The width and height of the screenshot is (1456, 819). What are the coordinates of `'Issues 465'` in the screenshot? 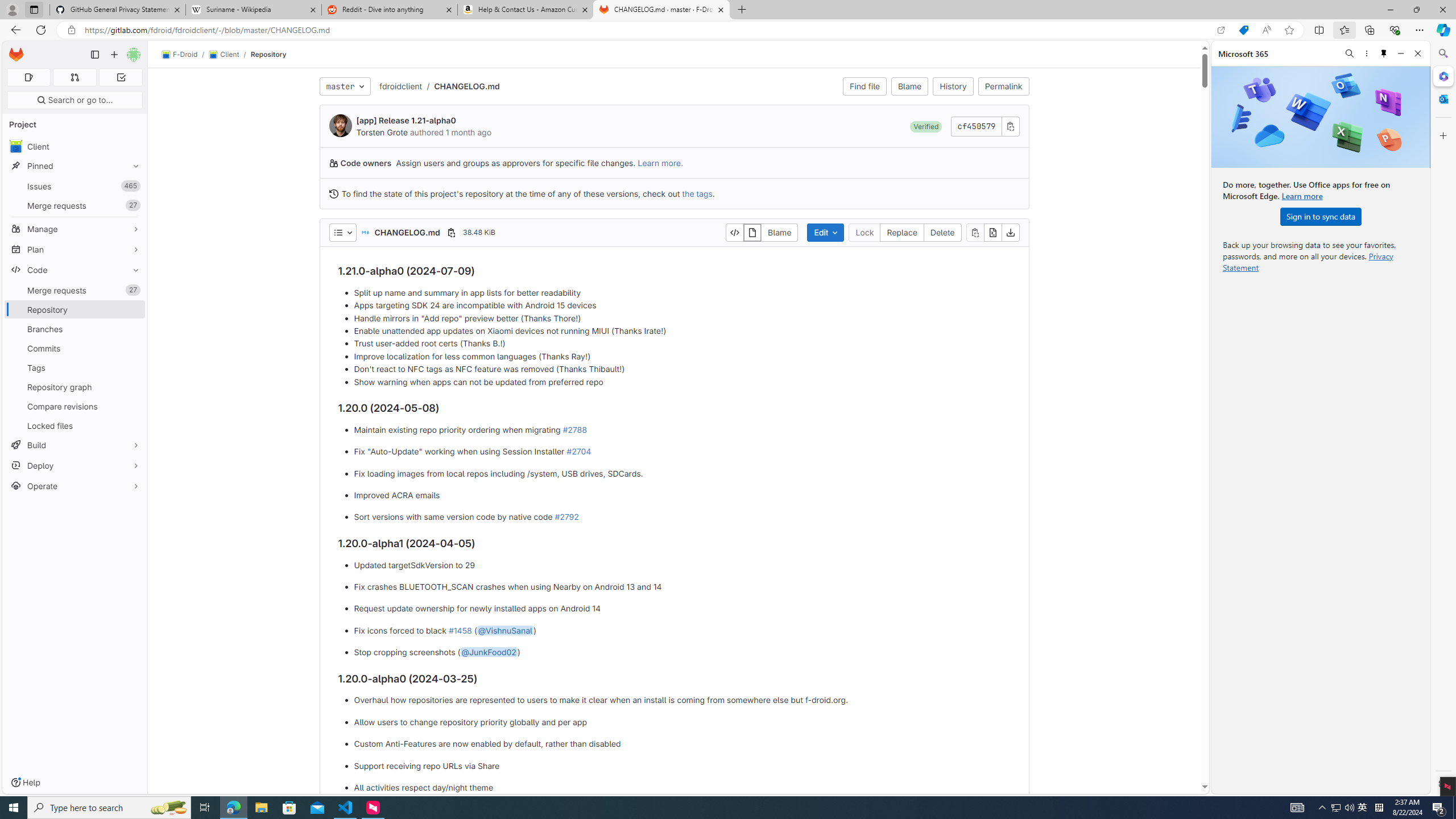 It's located at (74, 185).